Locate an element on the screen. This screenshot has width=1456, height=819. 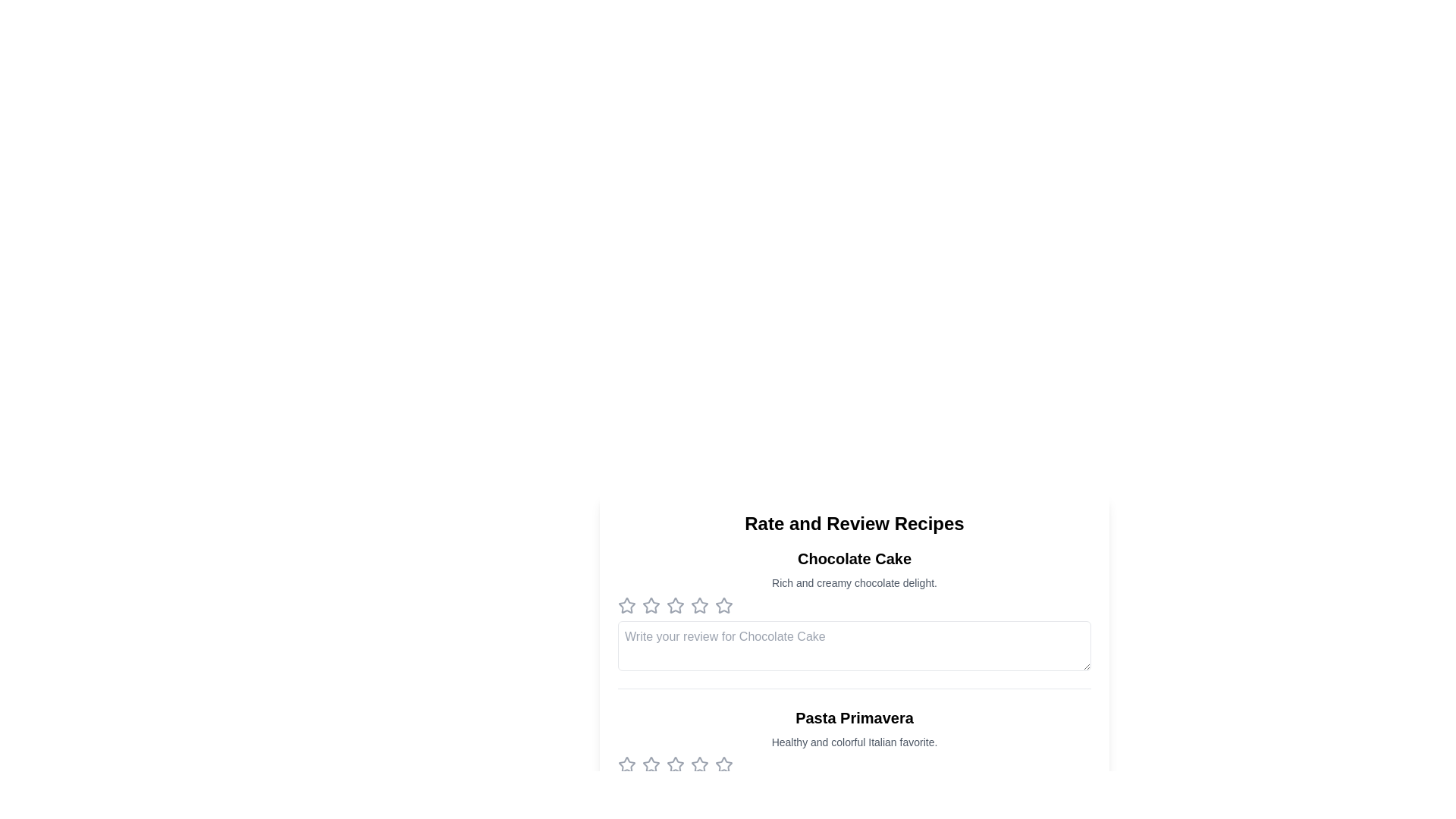
the interactive star icon, which is the first star in the second row of the rating system beneath the 'Pasta Primavera' header is located at coordinates (626, 764).